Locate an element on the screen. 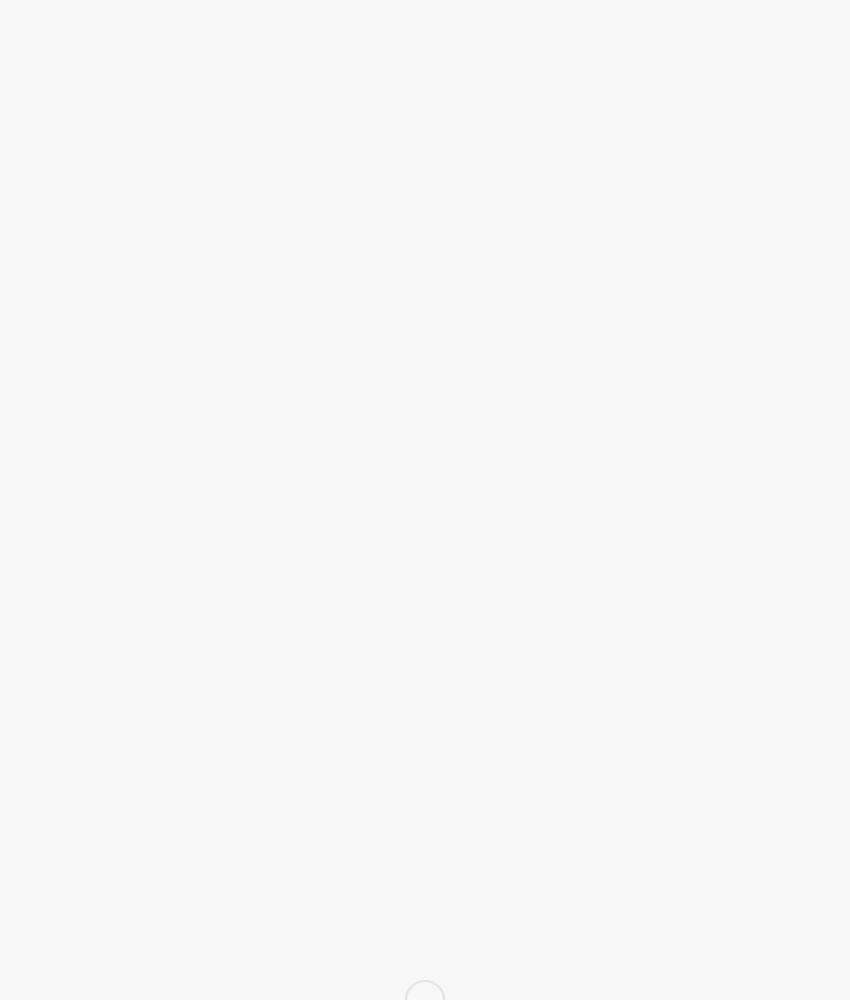 Image resolution: width=850 pixels, height=1000 pixels. 'ADREÇA' is located at coordinates (589, 650).